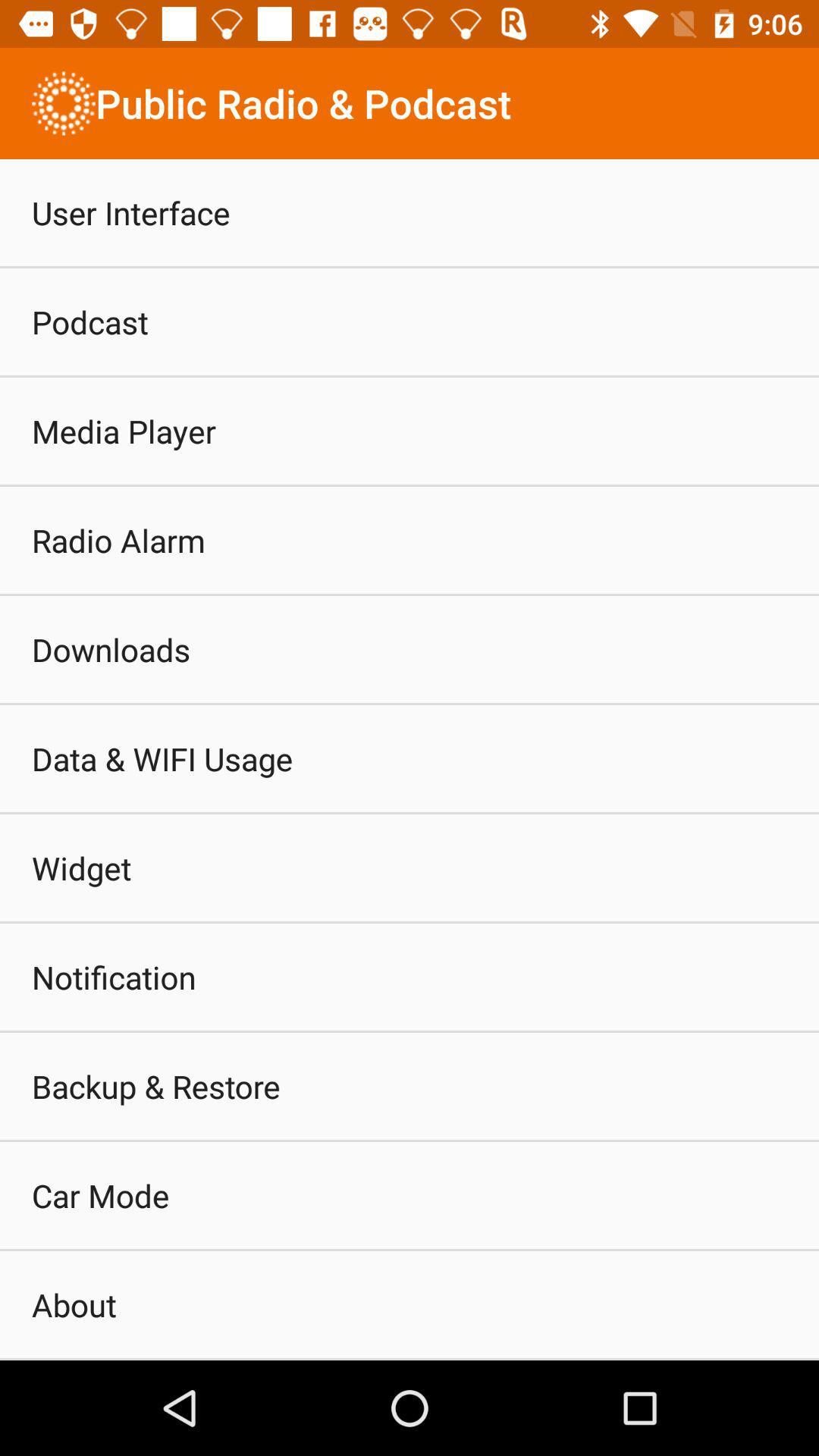 The height and width of the screenshot is (1456, 819). What do you see at coordinates (155, 1085) in the screenshot?
I see `the item below notification app` at bounding box center [155, 1085].